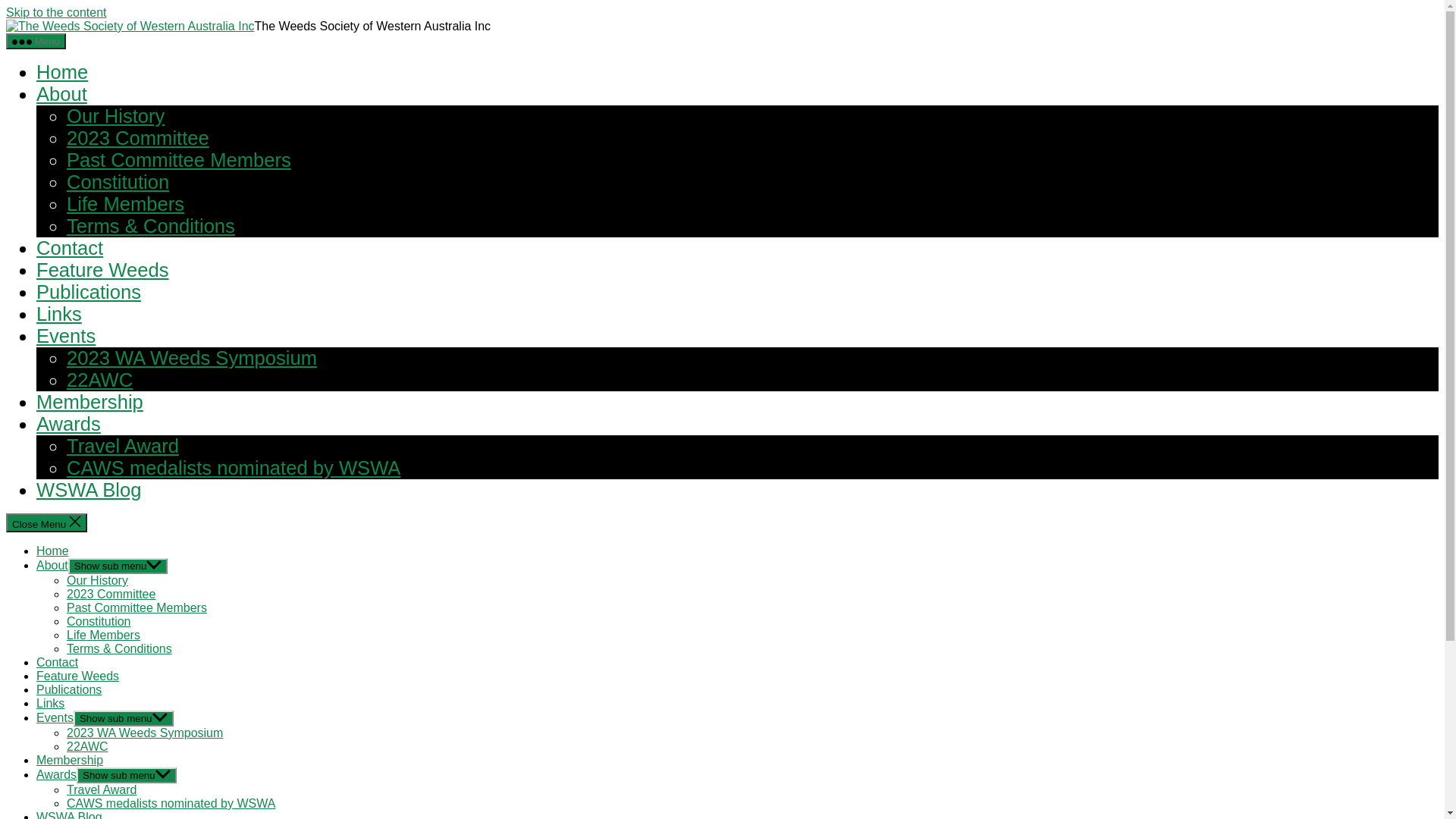 The image size is (1456, 819). I want to click on 'Travel Award', so click(101, 789).